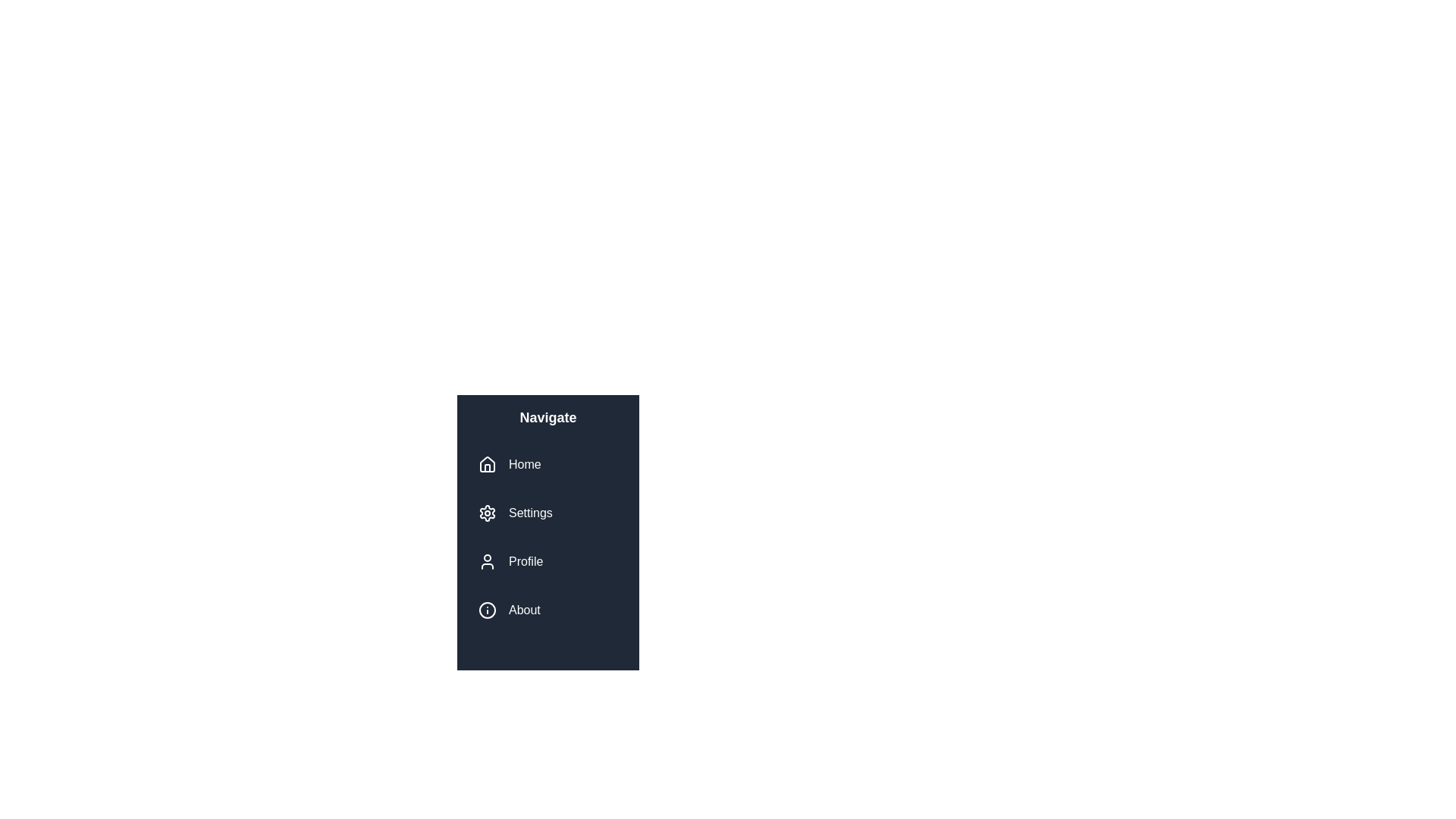  I want to click on the central circular SVG element within the 'About' menu item icon located at the bottom of the navigation menu, so click(488, 610).